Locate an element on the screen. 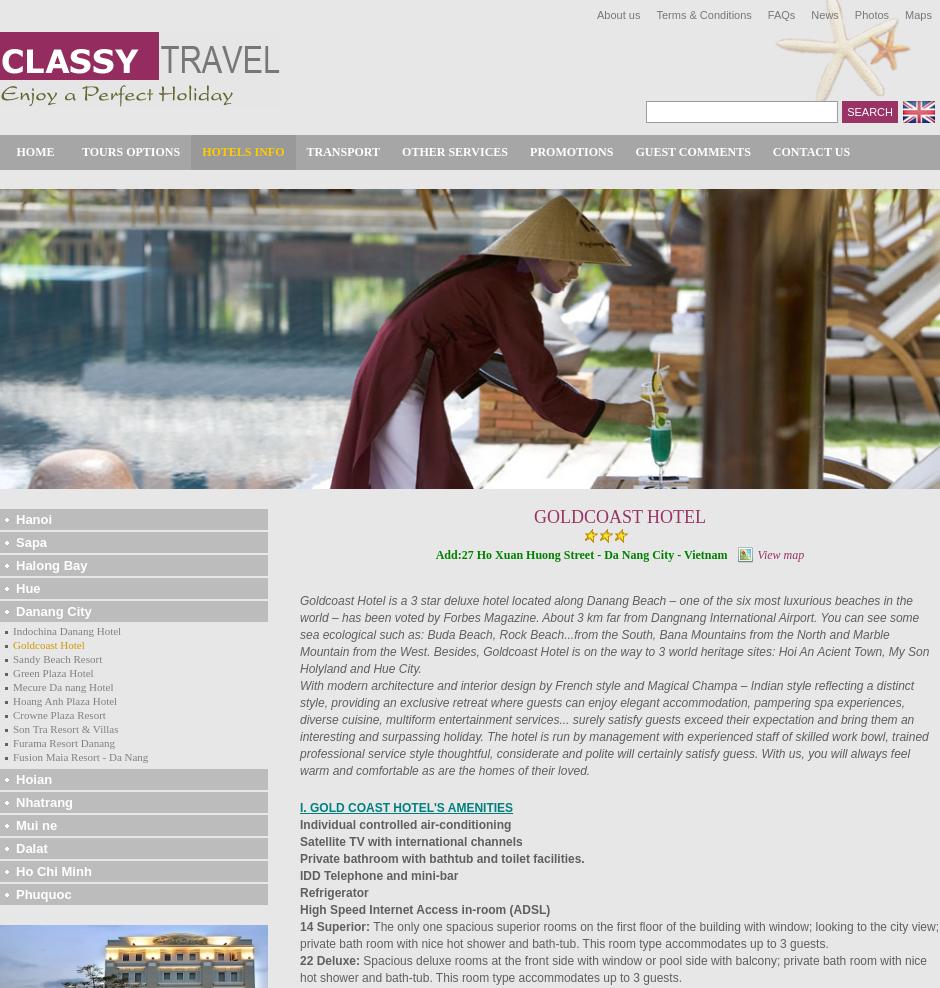 The image size is (940, 988). 'Tours Options' is located at coordinates (130, 150).